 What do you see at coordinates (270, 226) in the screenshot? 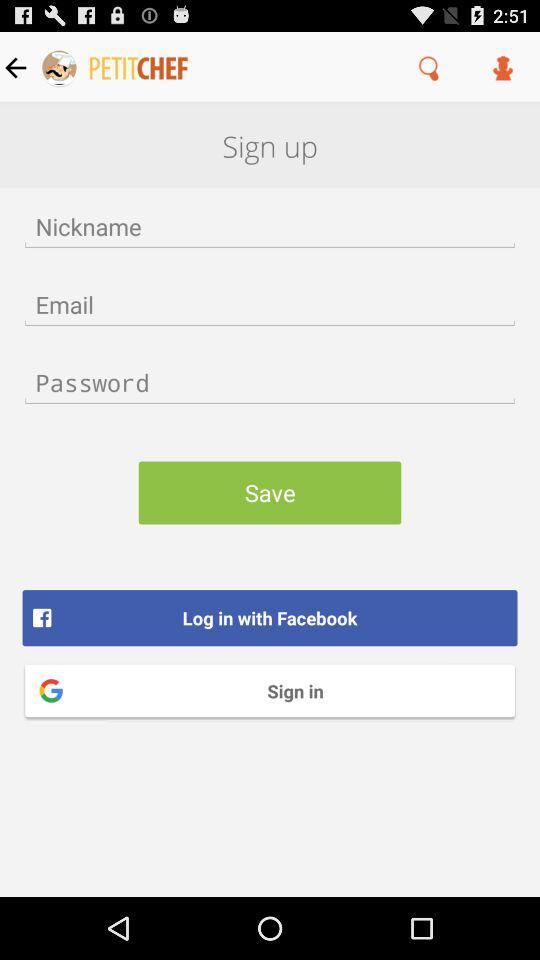
I see `nickname field` at bounding box center [270, 226].